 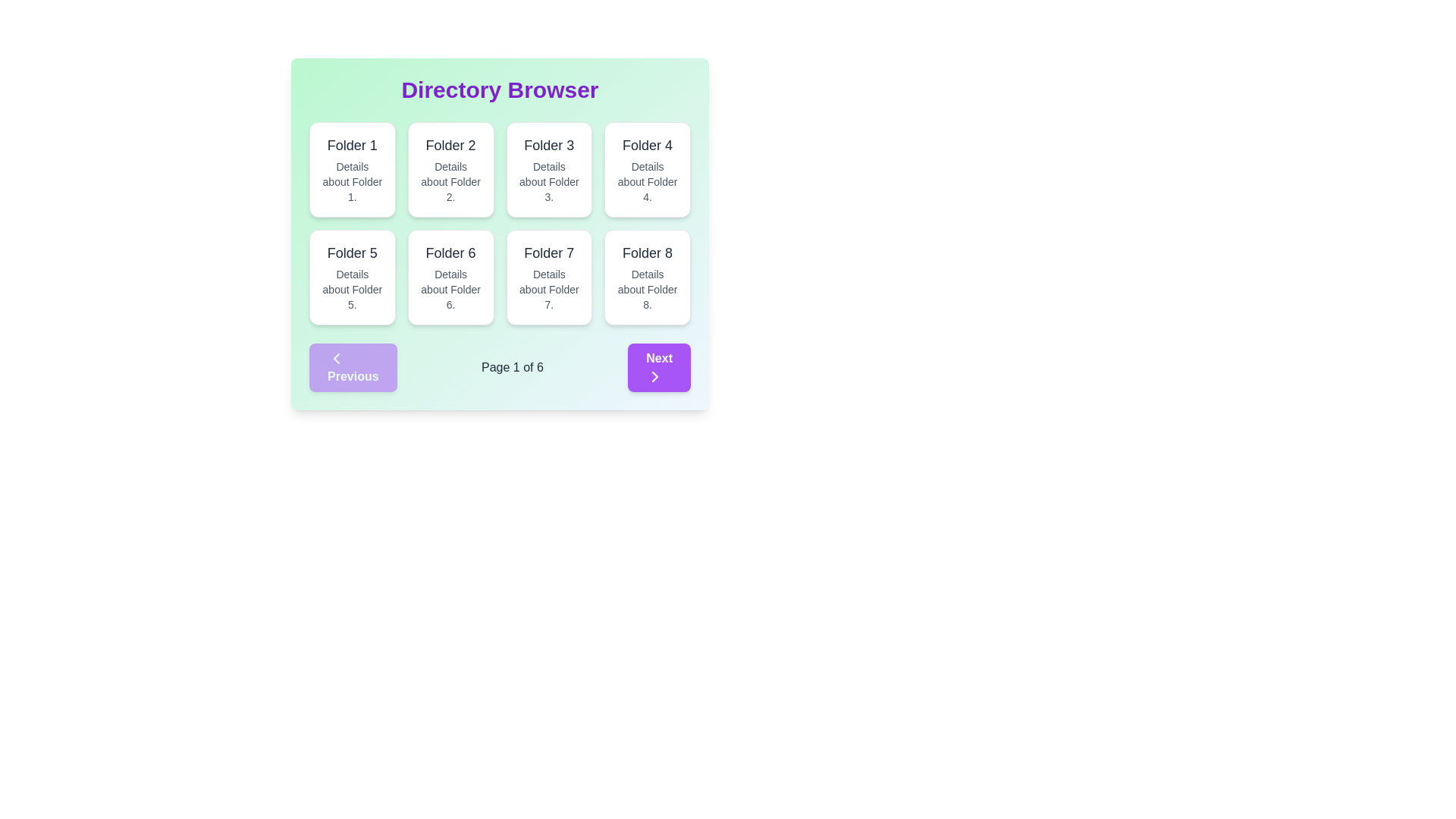 What do you see at coordinates (648, 253) in the screenshot?
I see `the static text label positioned at the top center of the eighth card in the grid layout, which identifies the content as 'Details about Folder 8.'` at bounding box center [648, 253].